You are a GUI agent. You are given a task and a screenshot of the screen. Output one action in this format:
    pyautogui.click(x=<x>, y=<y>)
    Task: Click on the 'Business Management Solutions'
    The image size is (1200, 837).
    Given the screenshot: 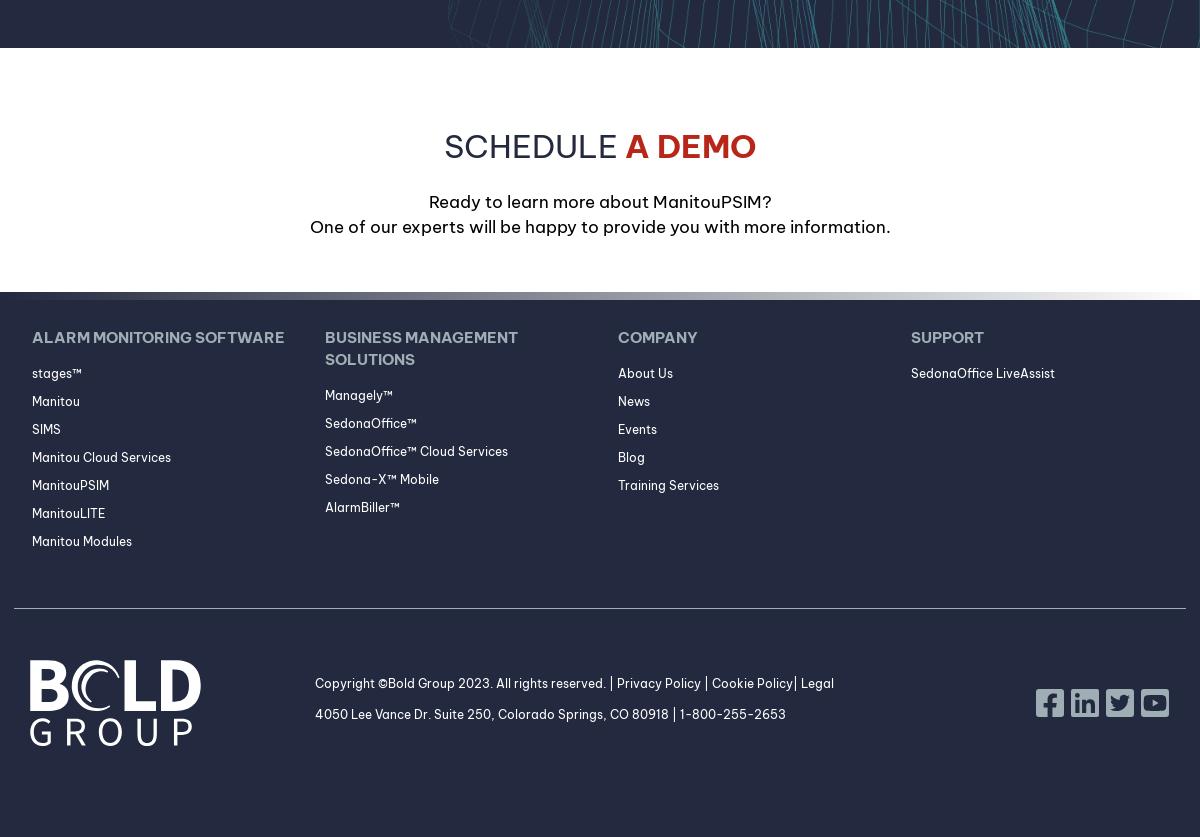 What is the action you would take?
    pyautogui.click(x=420, y=348)
    